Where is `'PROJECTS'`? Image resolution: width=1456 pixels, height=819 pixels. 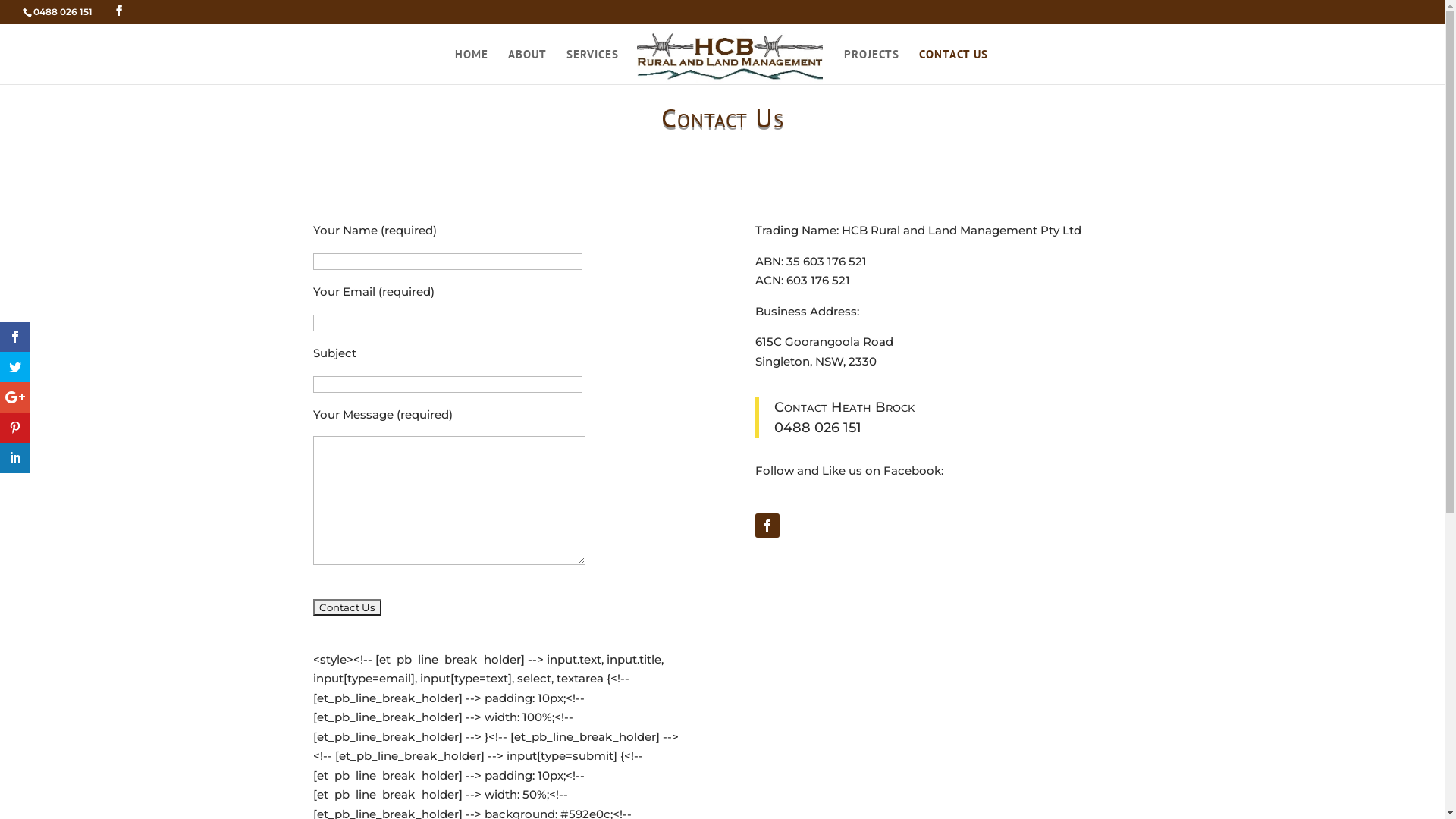 'PROJECTS' is located at coordinates (871, 58).